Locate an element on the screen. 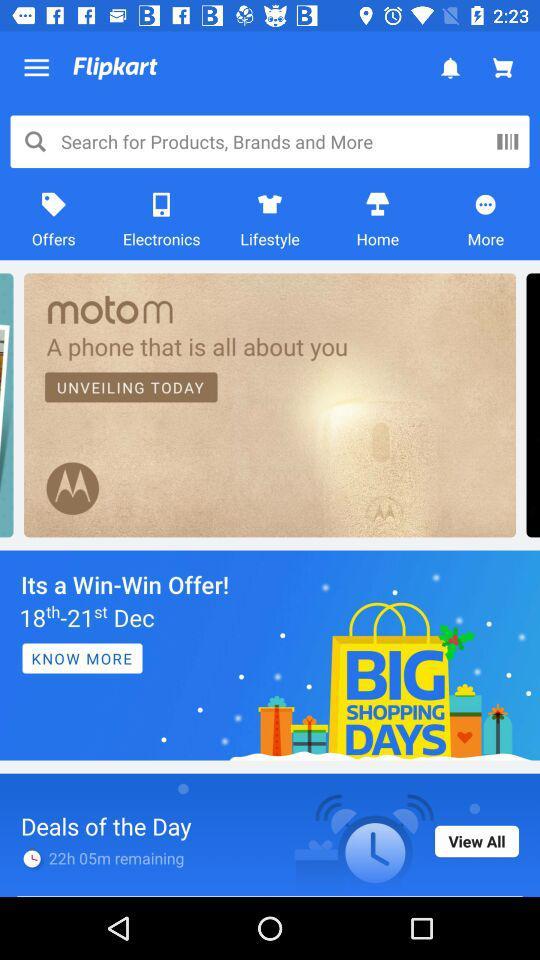 This screenshot has height=960, width=540. search product is located at coordinates (507, 140).